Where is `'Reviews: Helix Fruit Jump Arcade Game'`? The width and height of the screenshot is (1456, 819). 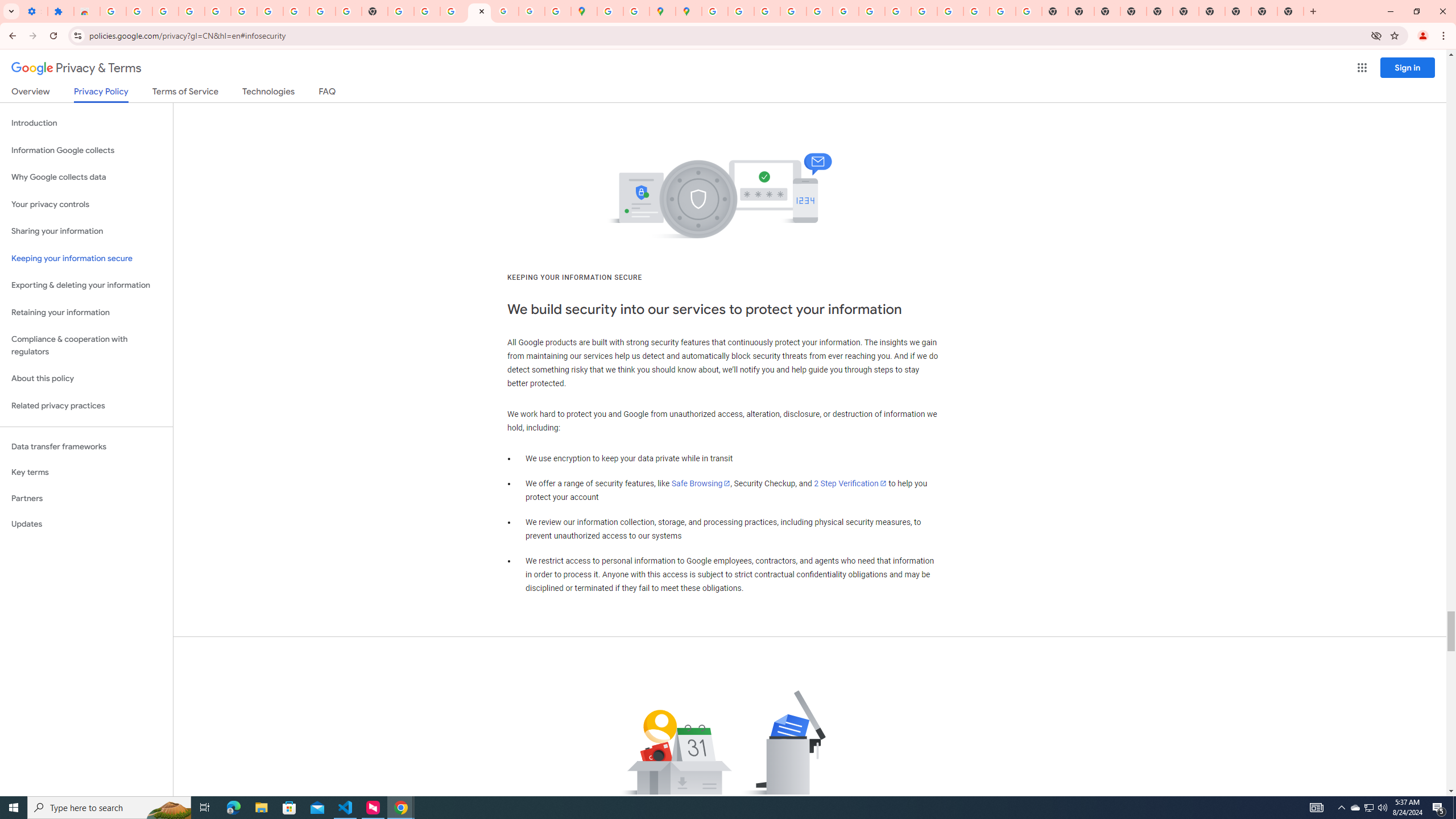
'Reviews: Helix Fruit Jump Arcade Game' is located at coordinates (86, 11).